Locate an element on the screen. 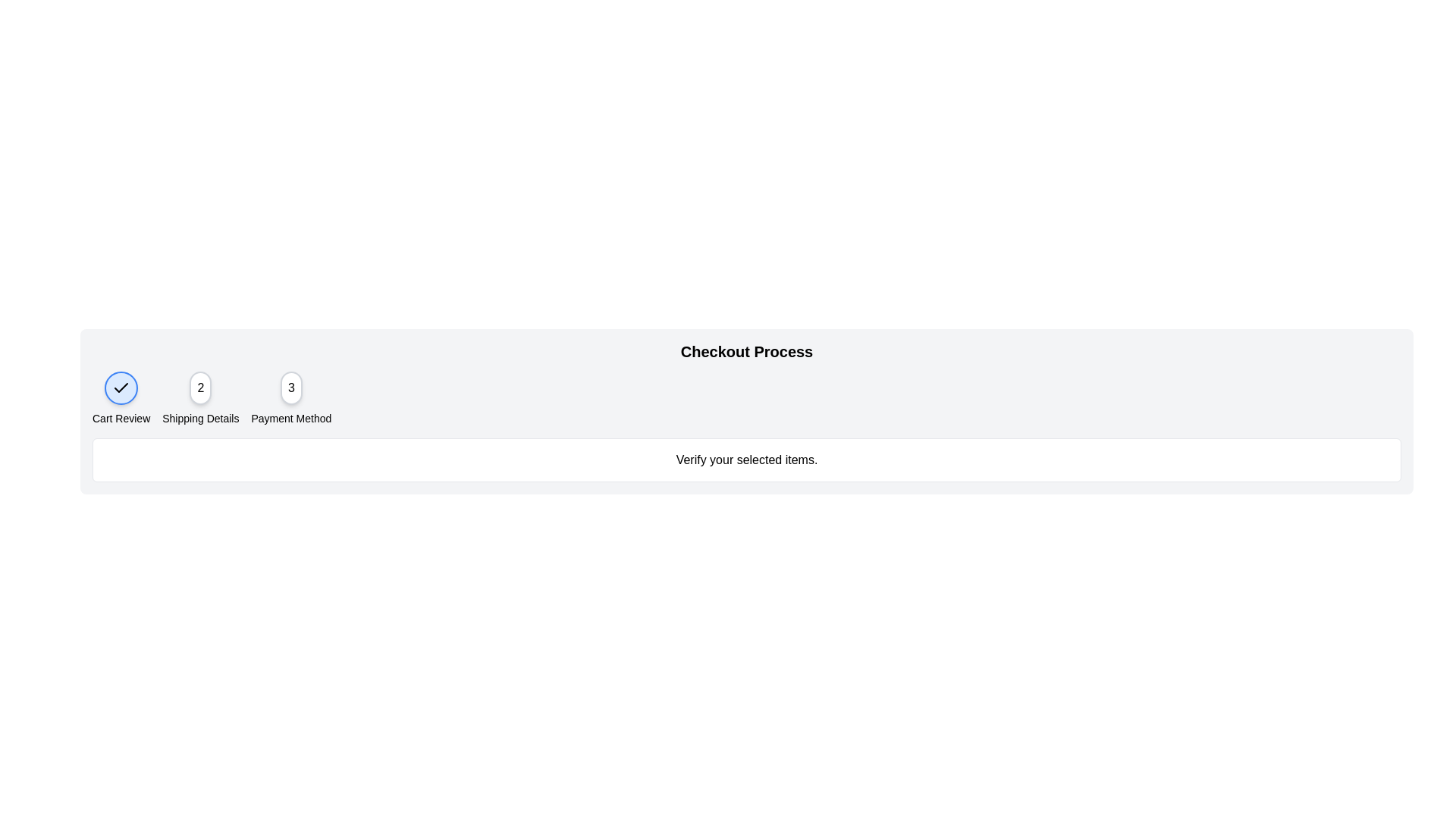 This screenshot has width=1456, height=819. the circular badge with the number '2' that indicates the second step in the progress indicator, which is located above the 'Shipping Details' label is located at coordinates (199, 388).